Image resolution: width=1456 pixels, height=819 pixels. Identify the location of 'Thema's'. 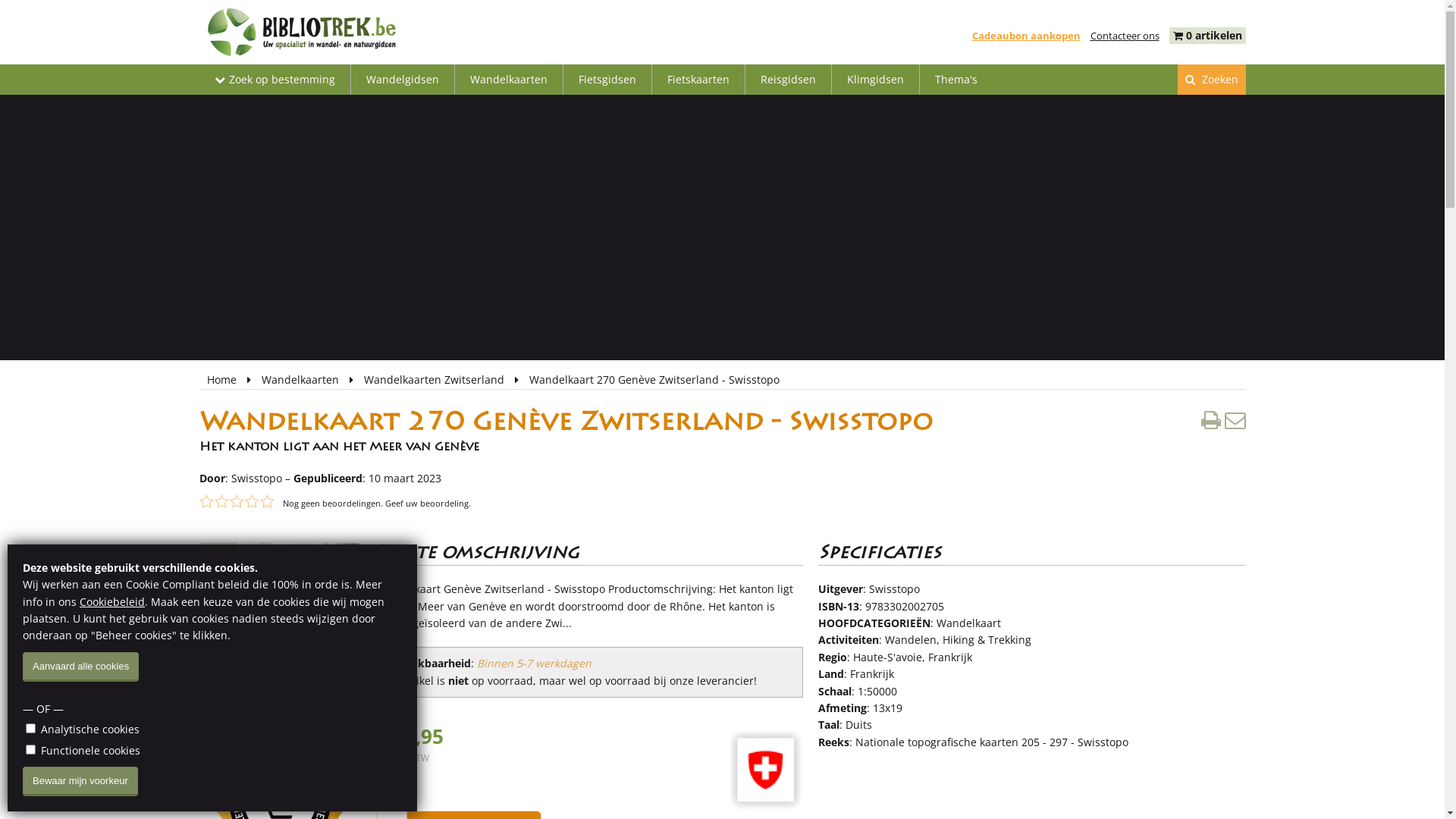
(954, 79).